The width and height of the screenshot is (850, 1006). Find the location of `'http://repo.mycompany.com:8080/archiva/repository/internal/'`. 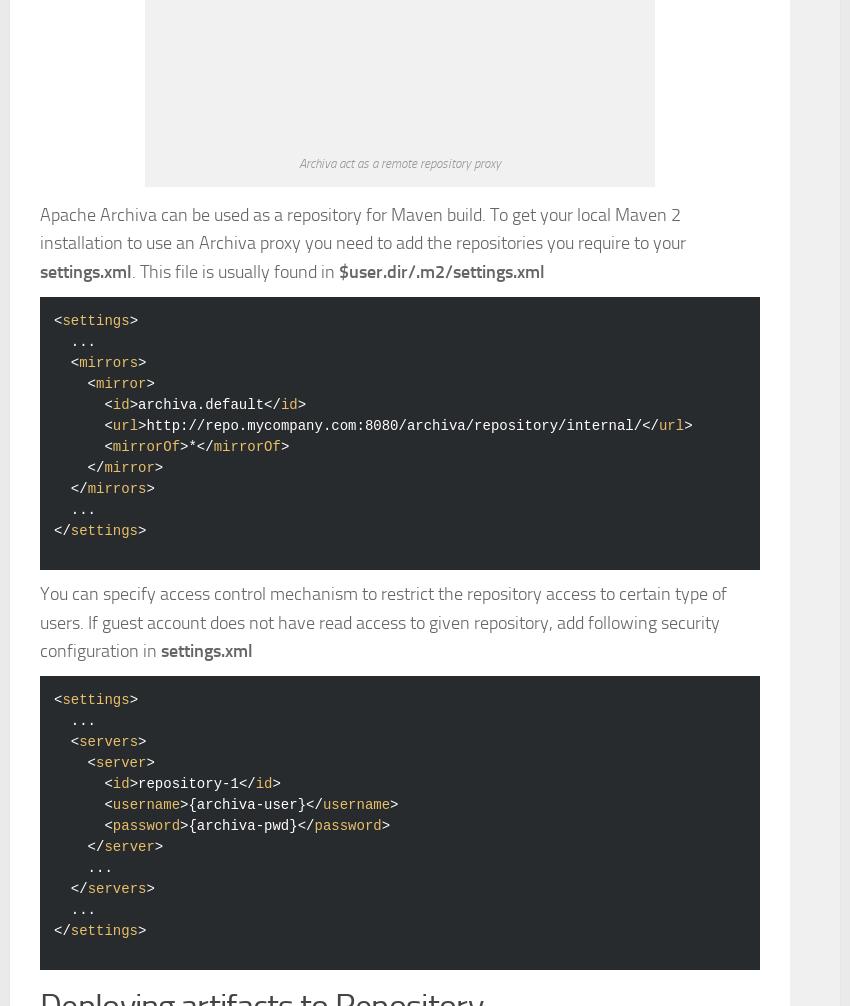

'http://repo.mycompany.com:8080/archiva/repository/internal/' is located at coordinates (393, 705).